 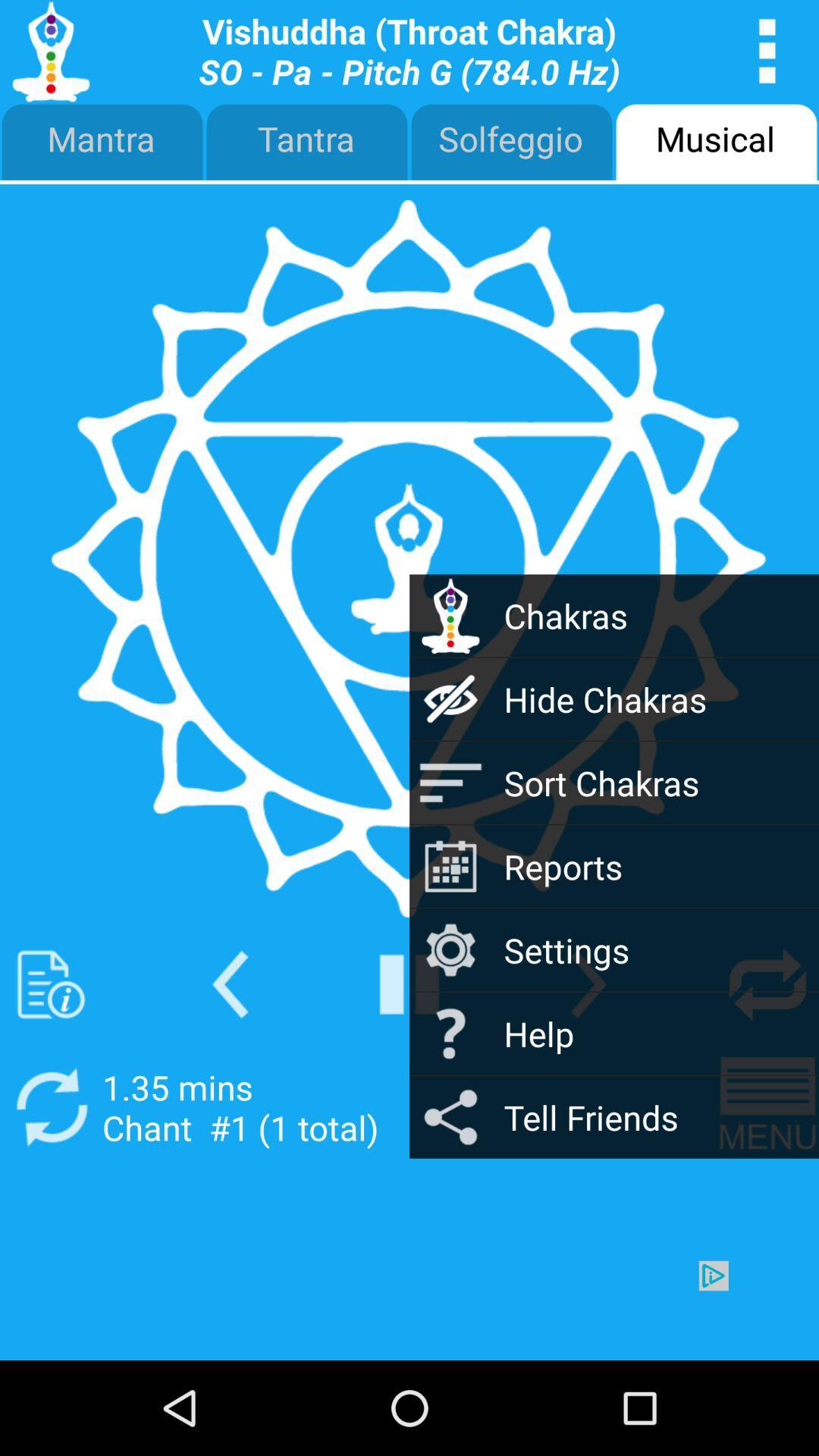 What do you see at coordinates (767, 1107) in the screenshot?
I see `menu` at bounding box center [767, 1107].